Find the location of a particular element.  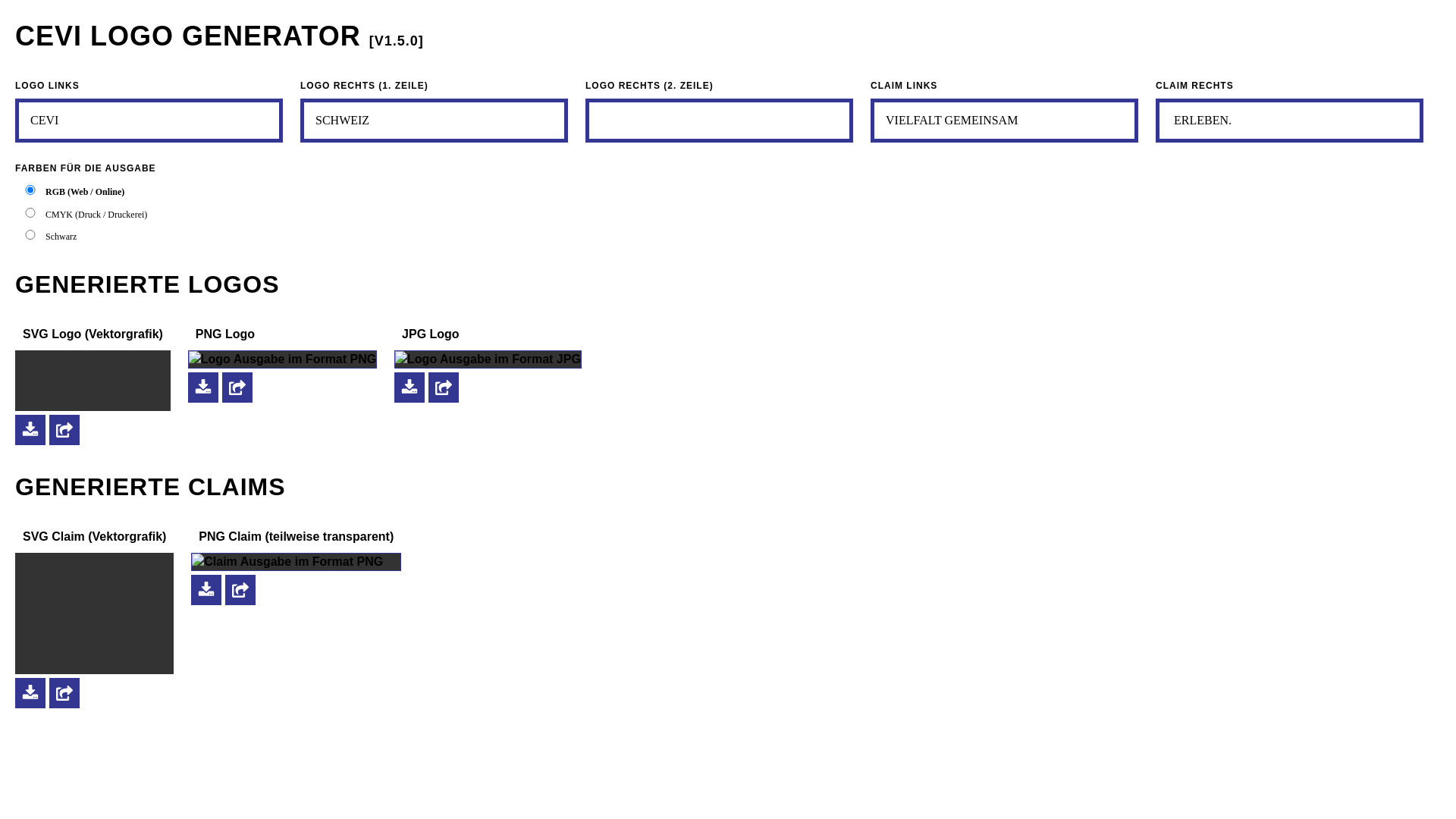

'Share PNG Claim' is located at coordinates (239, 589).